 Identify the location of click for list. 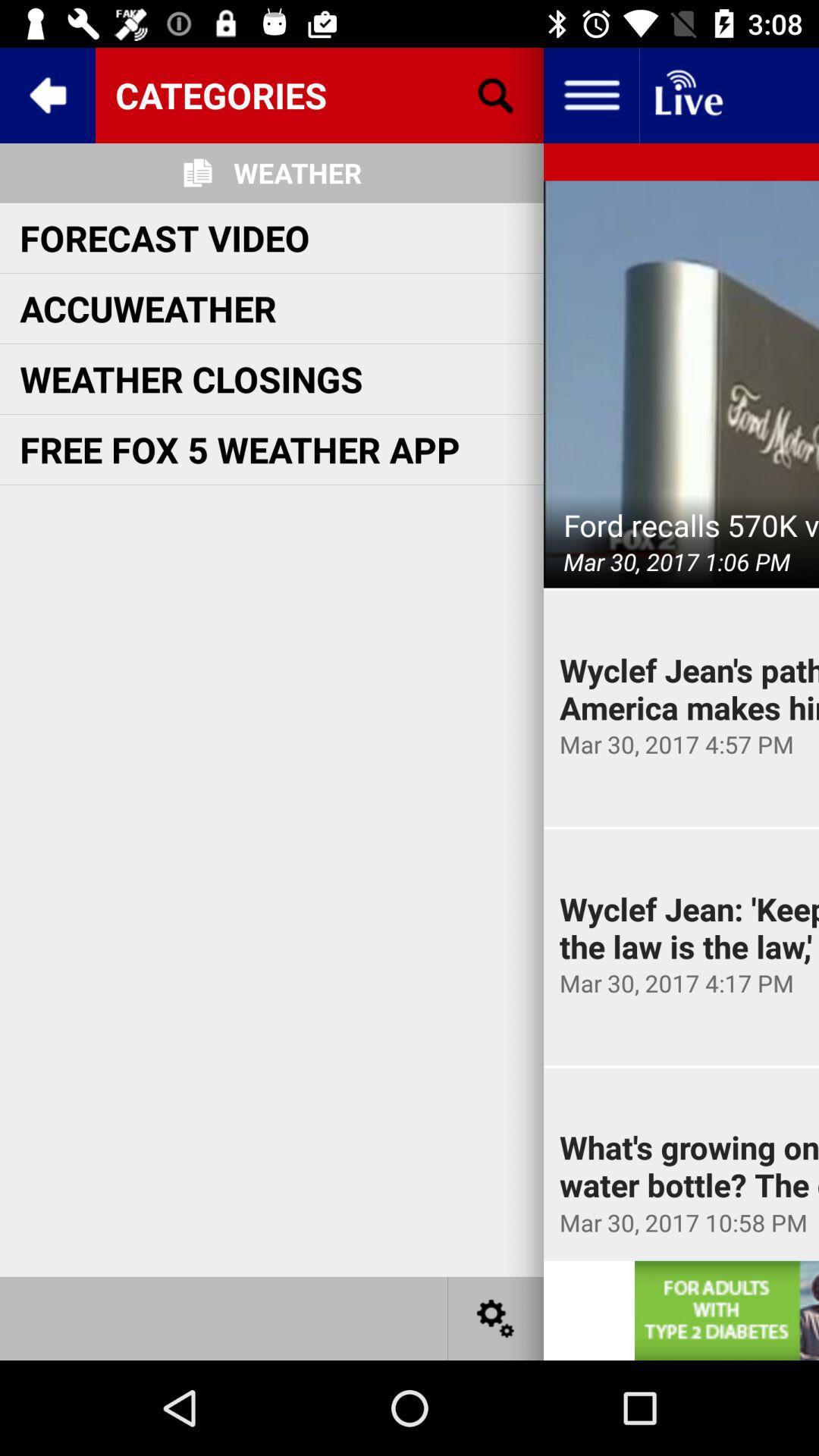
(590, 94).